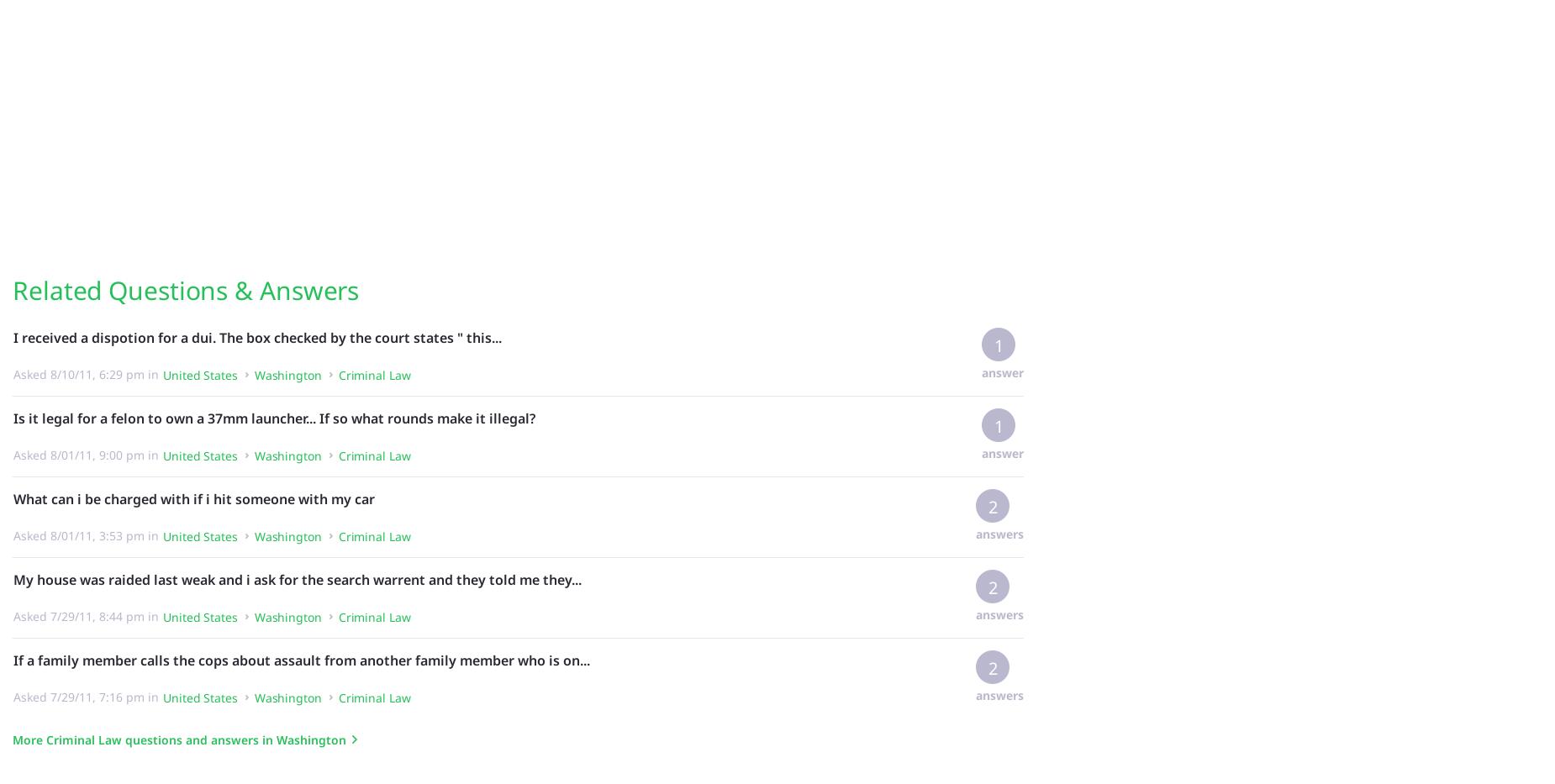 This screenshot has height=784, width=1555. I want to click on 'Asked 8/10/11, 6:29 pm in', so click(12, 372).